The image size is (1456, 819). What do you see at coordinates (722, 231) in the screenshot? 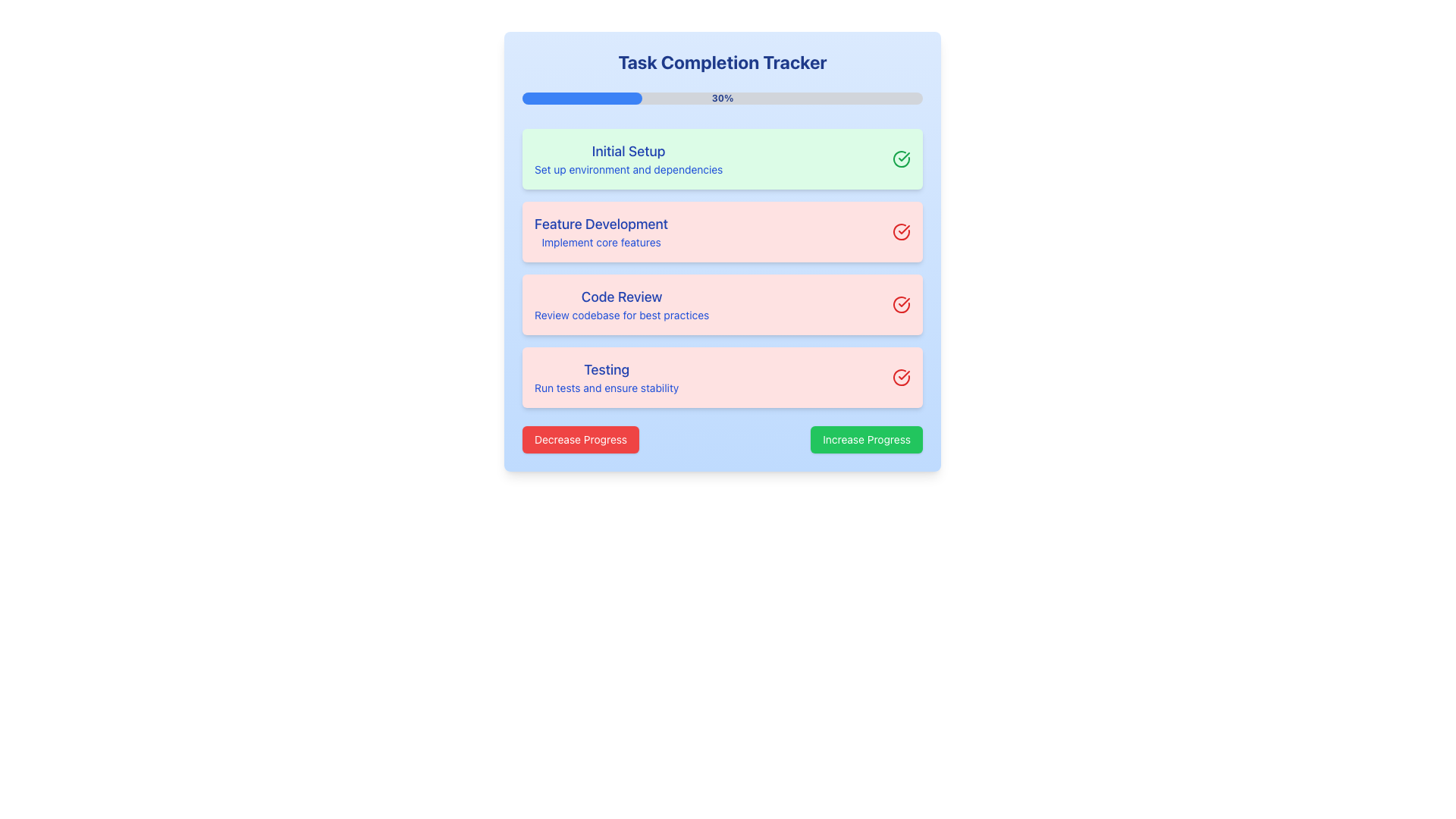
I see `the Task item display block titled 'Feature Development' which indicates the task's current state and progress, located between 'Initial Setup' and 'Code Review'` at bounding box center [722, 231].